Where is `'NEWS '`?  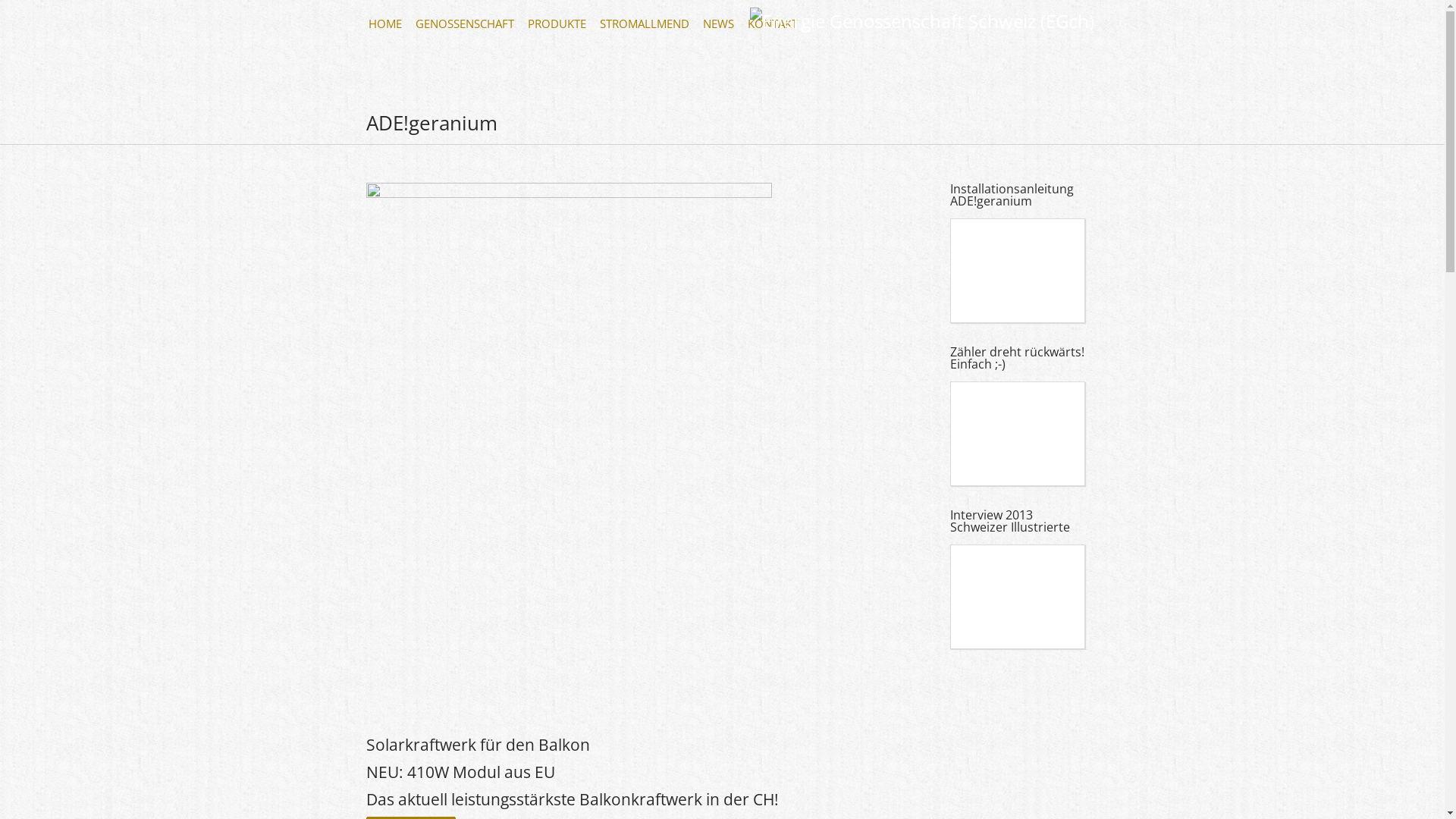 'NEWS ' is located at coordinates (718, 19).